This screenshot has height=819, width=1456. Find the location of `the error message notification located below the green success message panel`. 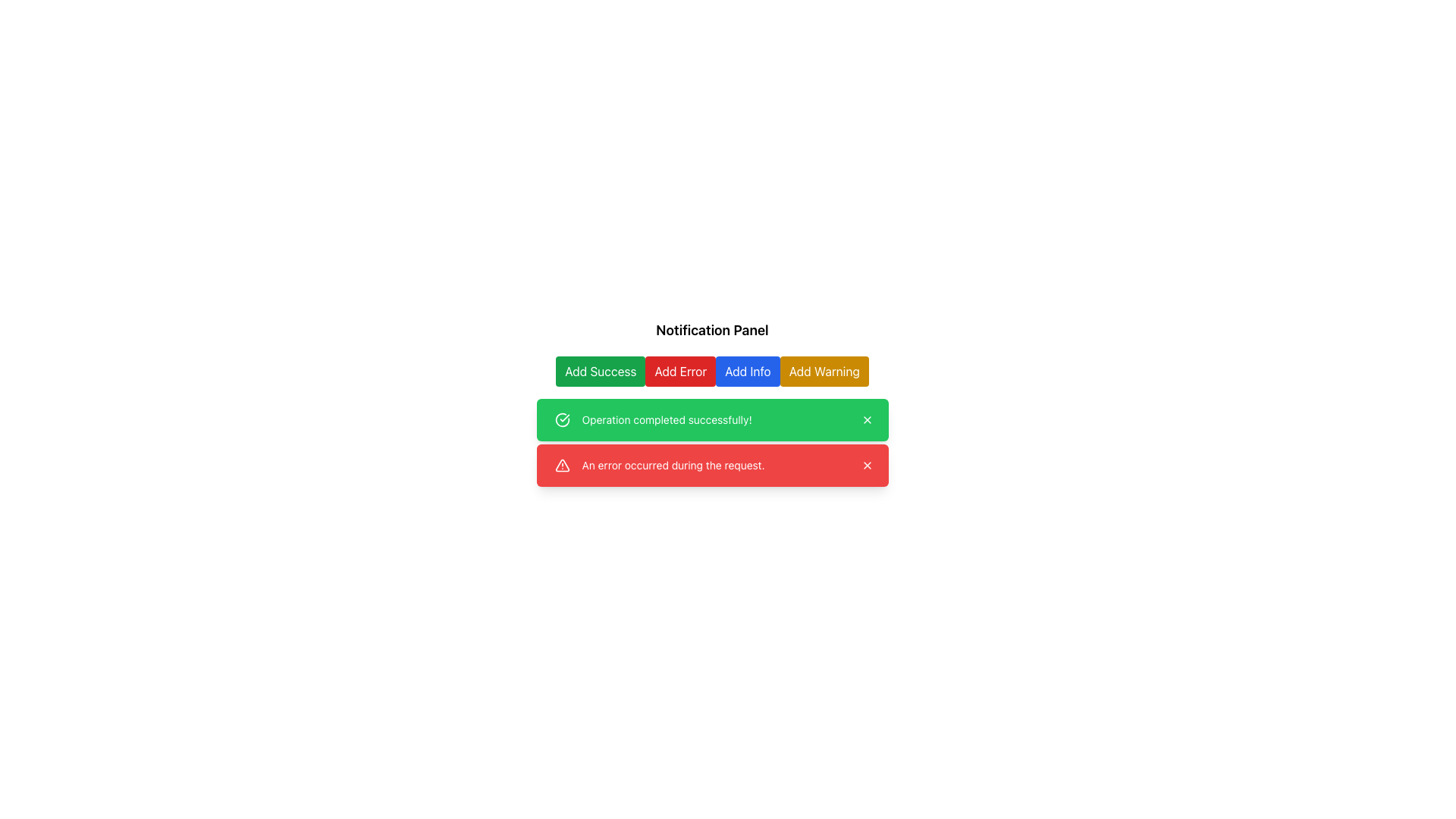

the error message notification located below the green success message panel is located at coordinates (711, 464).